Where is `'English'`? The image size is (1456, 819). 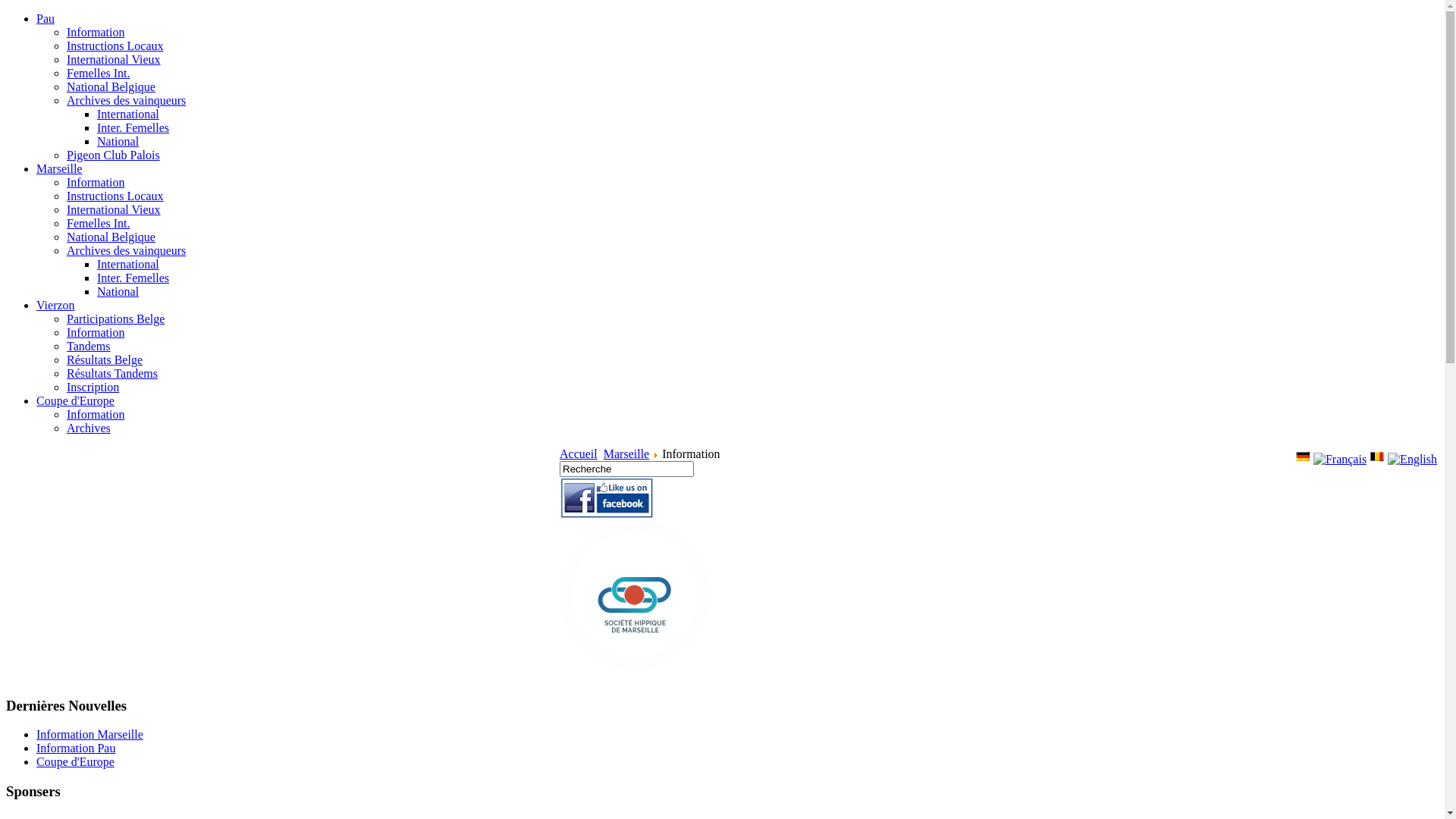
'English' is located at coordinates (1411, 458).